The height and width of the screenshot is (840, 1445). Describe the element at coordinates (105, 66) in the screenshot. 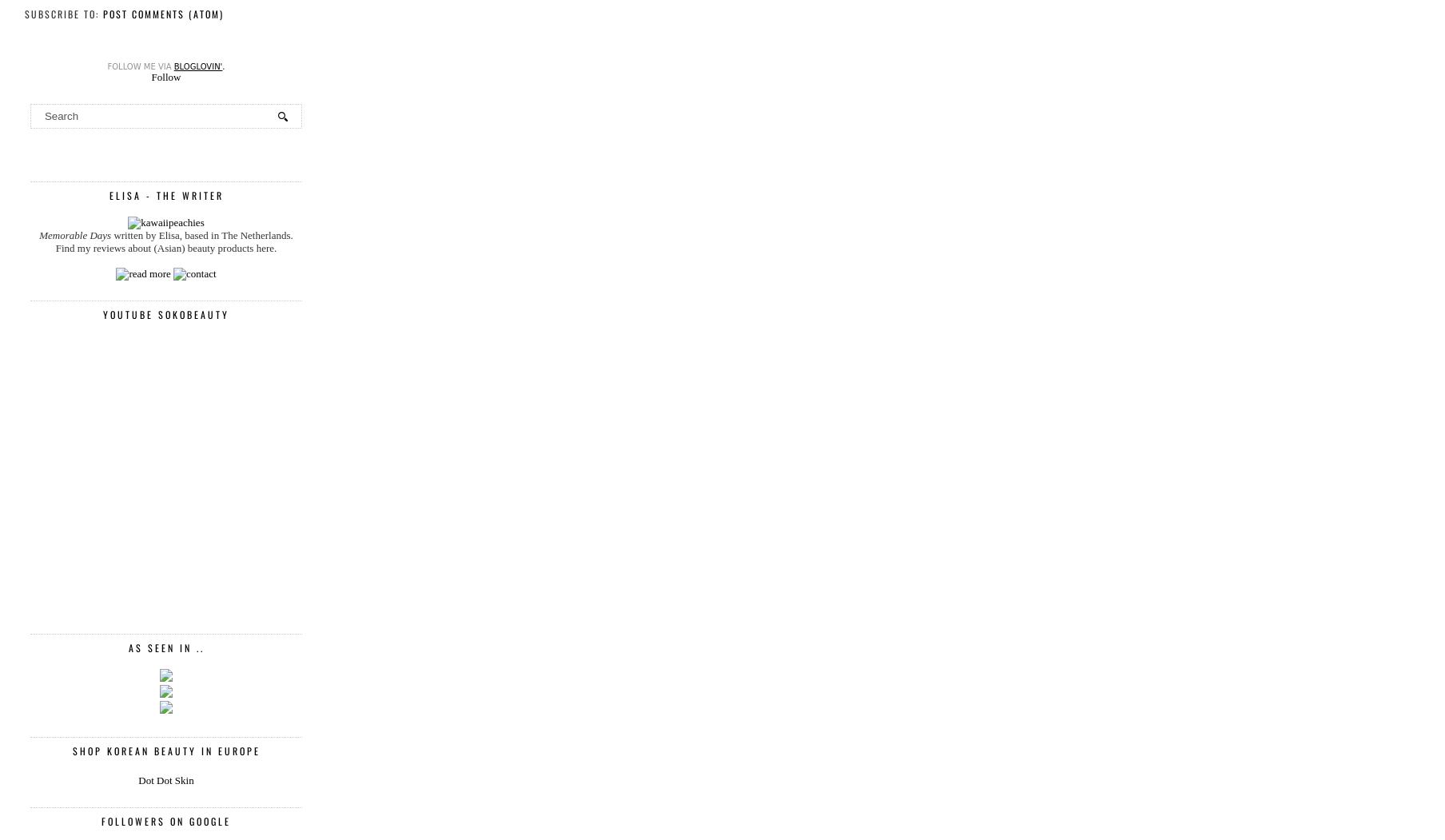

I see `'FOLLOW ME VIA'` at that location.